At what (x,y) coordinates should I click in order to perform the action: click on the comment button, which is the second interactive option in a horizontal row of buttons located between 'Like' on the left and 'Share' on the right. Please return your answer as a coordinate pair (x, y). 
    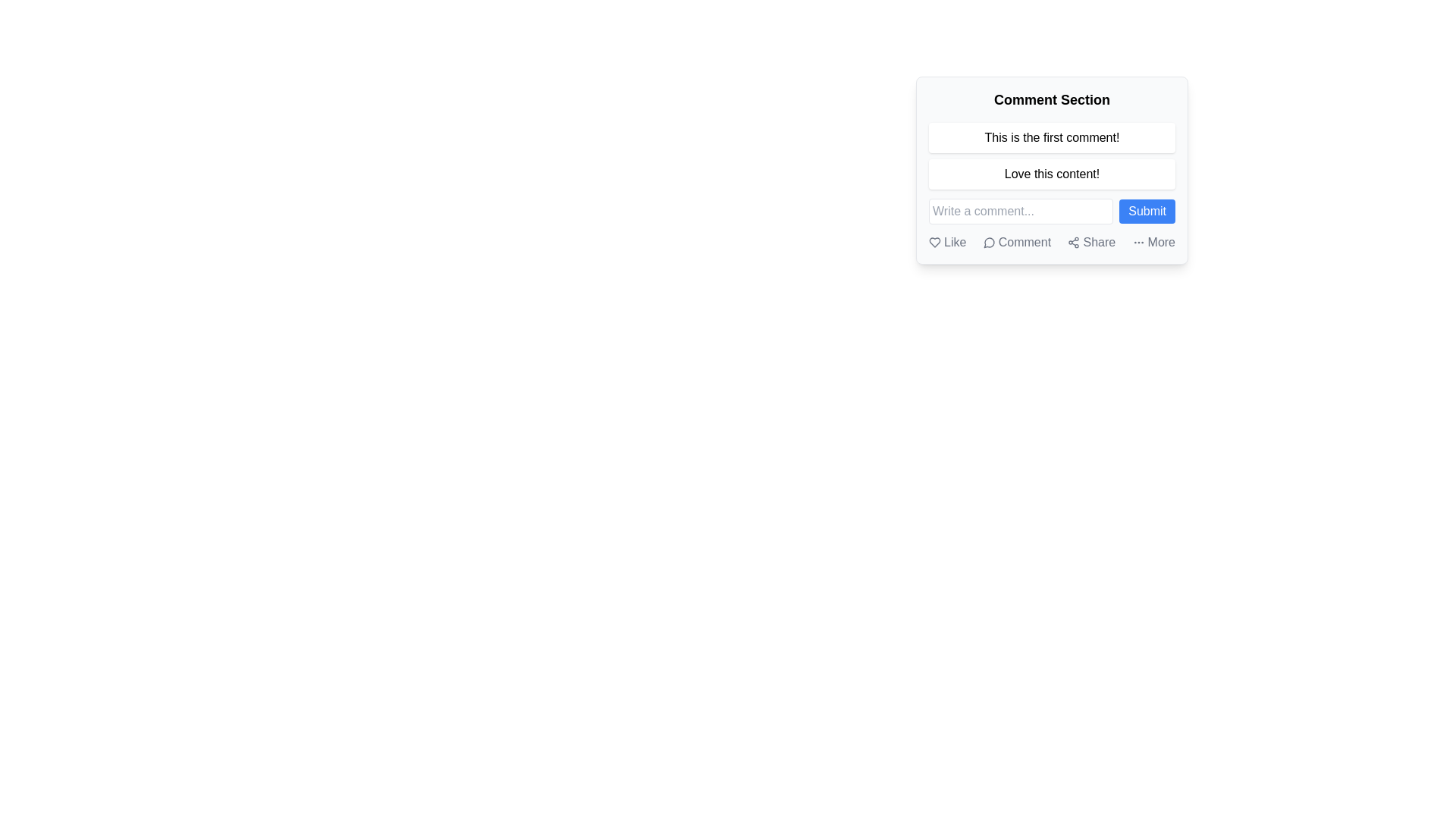
    Looking at the image, I should click on (1016, 242).